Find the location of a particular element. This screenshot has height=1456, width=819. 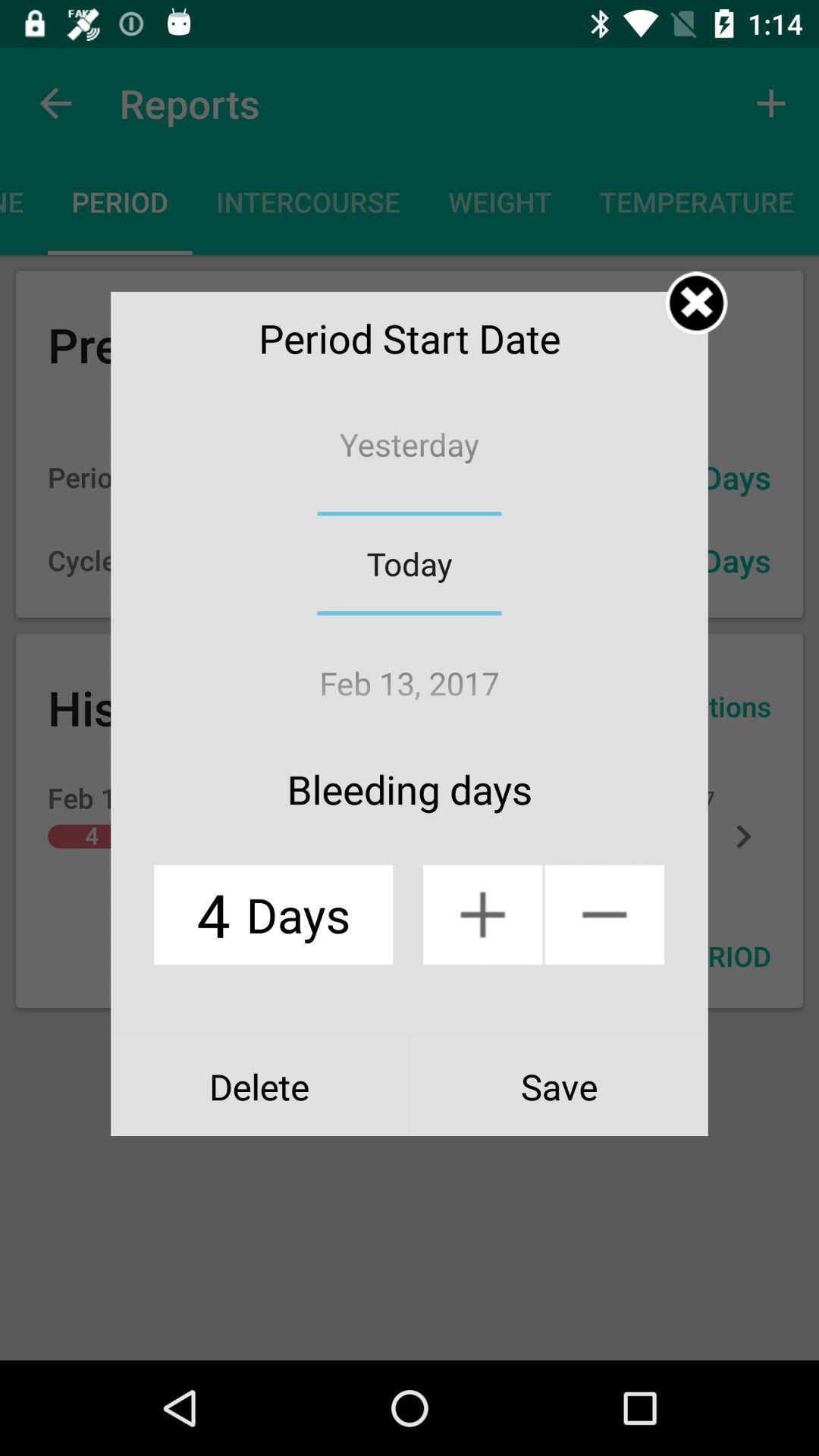

reduce number of days is located at coordinates (604, 914).